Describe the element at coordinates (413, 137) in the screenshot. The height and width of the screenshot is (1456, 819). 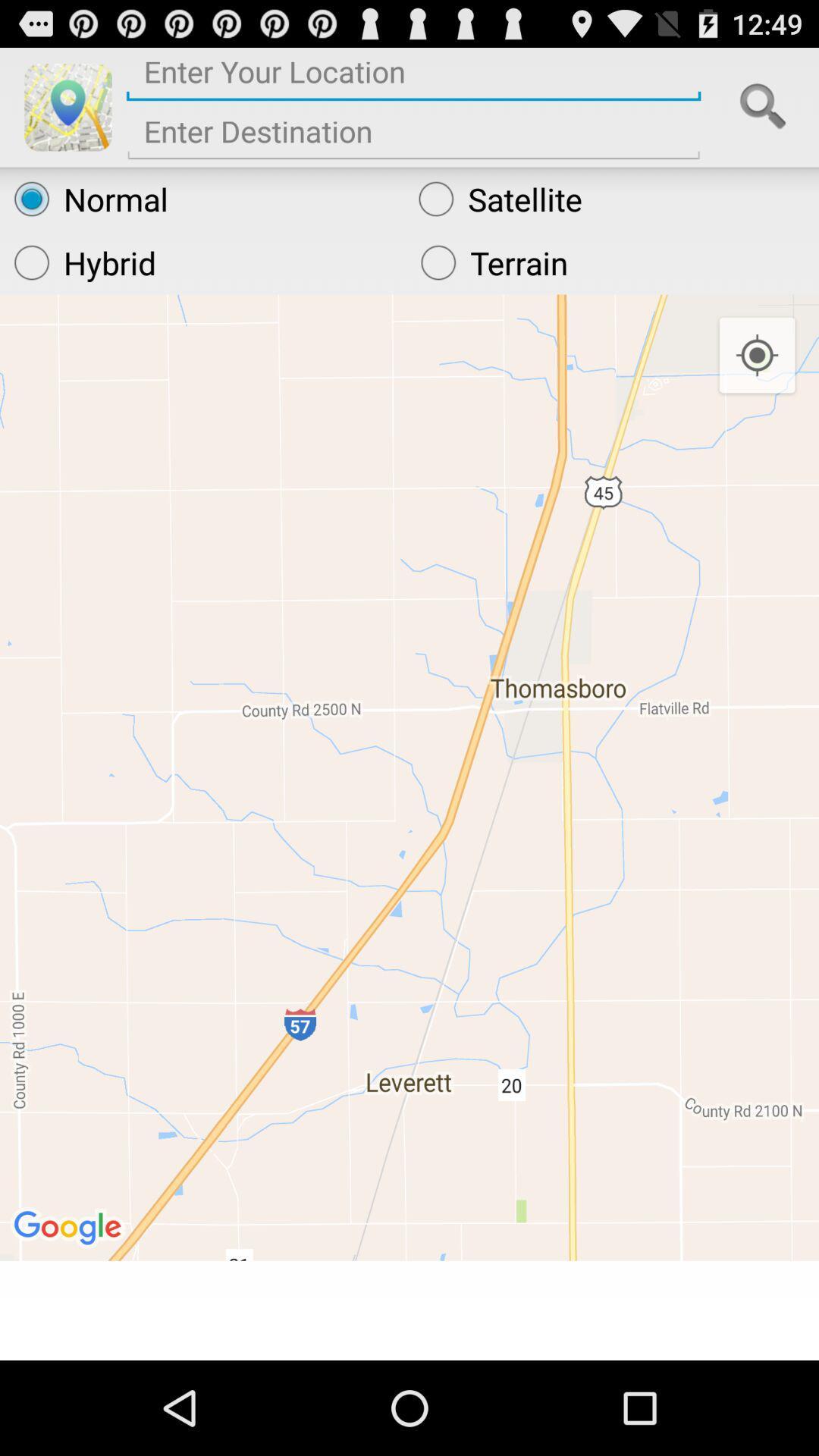
I see `final destination` at that location.